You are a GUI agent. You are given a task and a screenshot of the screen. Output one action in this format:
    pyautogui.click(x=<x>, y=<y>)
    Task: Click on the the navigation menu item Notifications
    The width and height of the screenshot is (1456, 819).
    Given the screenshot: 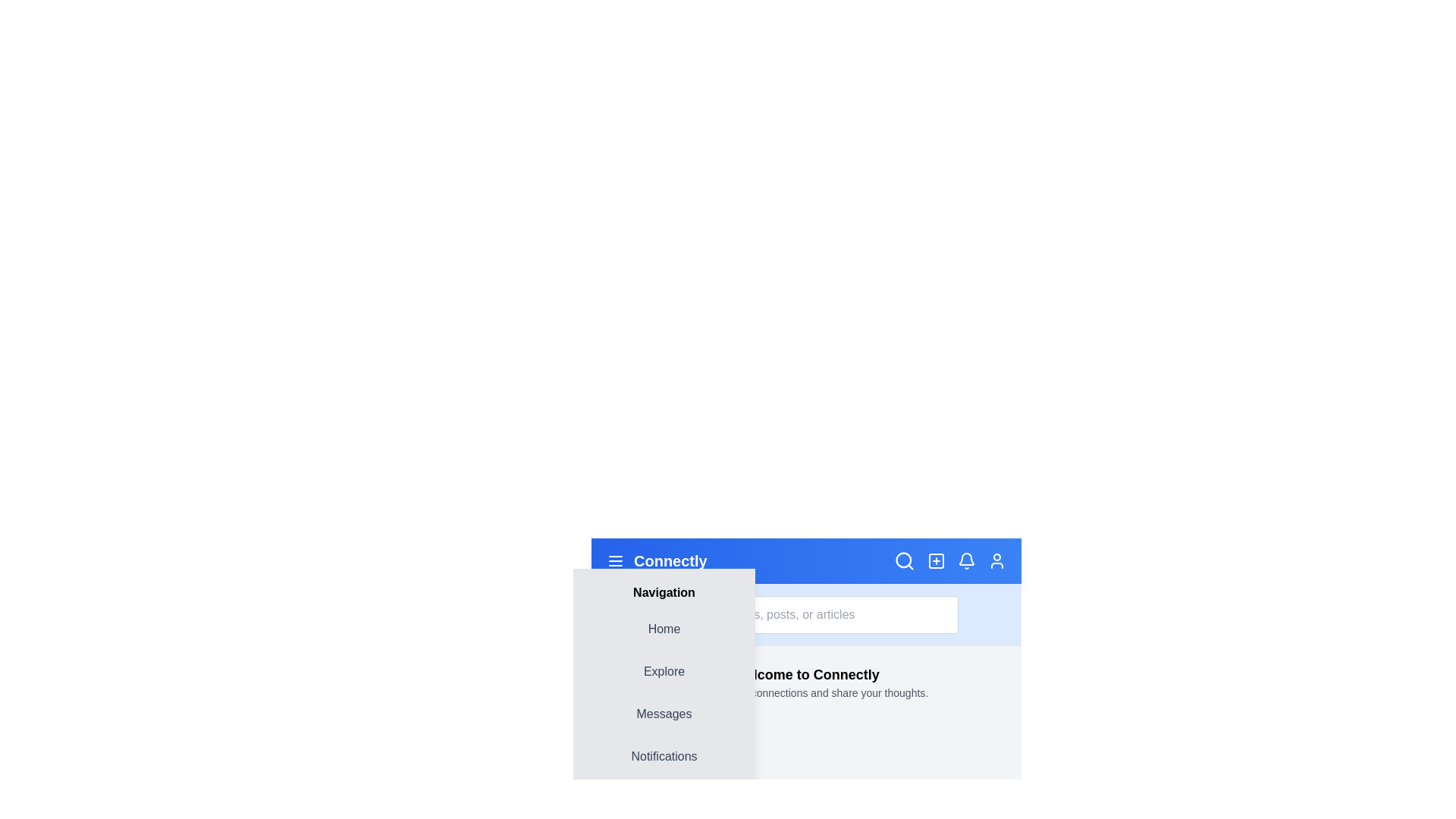 What is the action you would take?
    pyautogui.click(x=664, y=757)
    